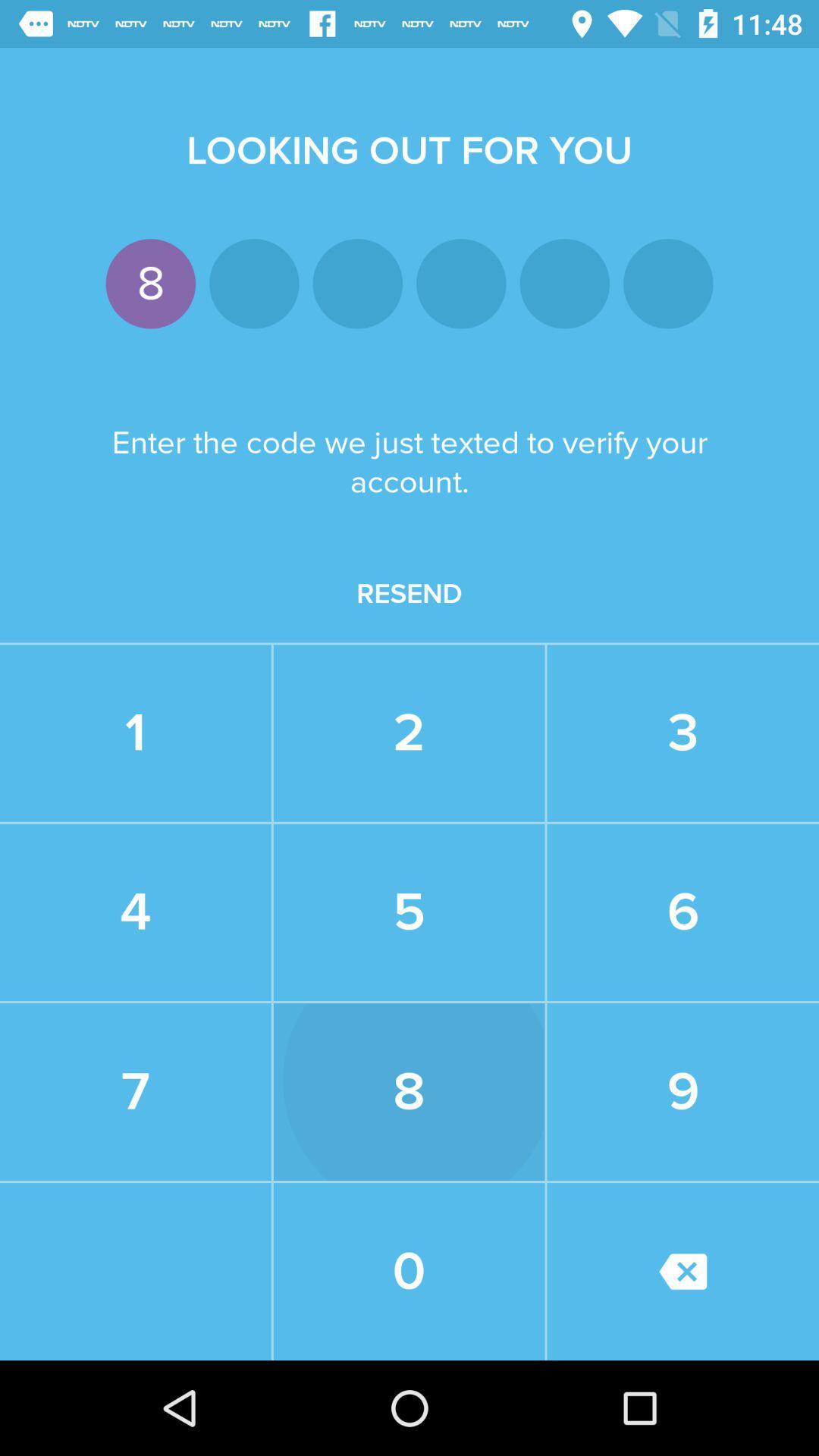  I want to click on 3 item, so click(682, 733).